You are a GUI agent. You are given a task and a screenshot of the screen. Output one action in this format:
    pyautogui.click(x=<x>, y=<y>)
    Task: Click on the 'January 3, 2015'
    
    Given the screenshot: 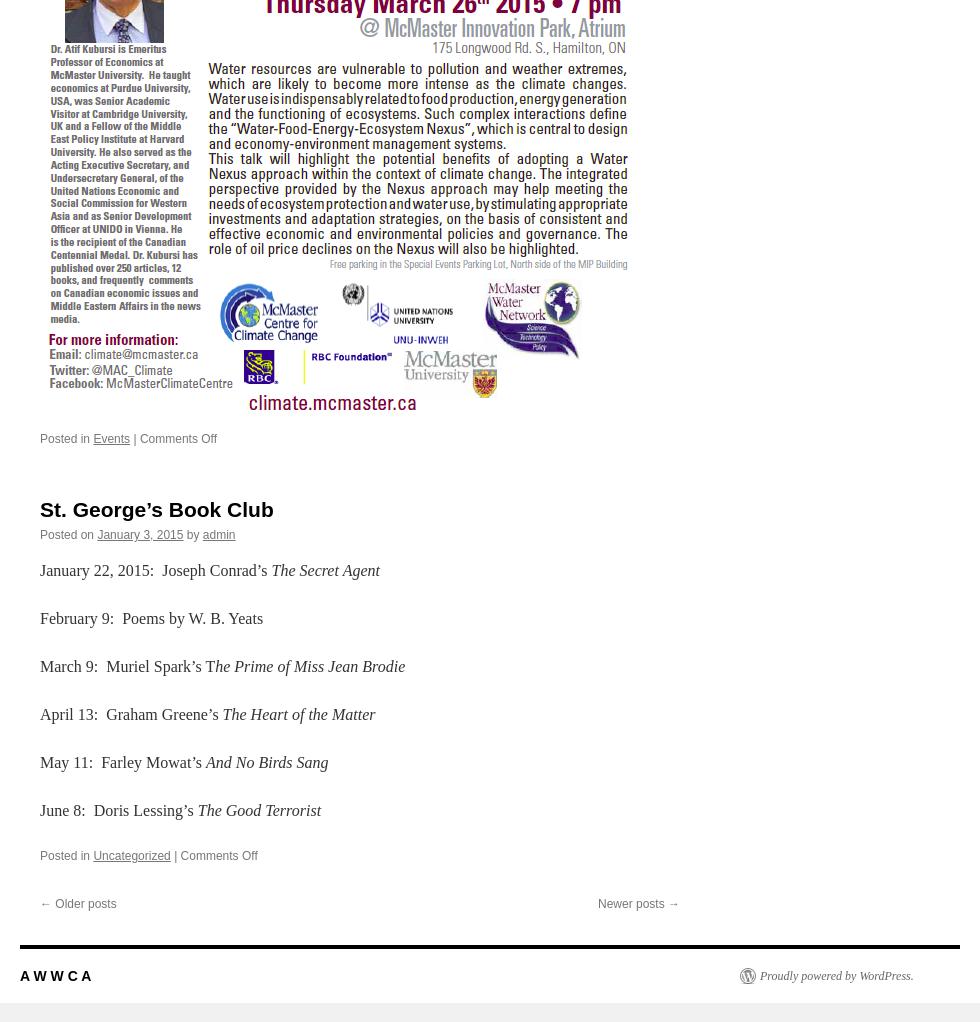 What is the action you would take?
    pyautogui.click(x=140, y=532)
    